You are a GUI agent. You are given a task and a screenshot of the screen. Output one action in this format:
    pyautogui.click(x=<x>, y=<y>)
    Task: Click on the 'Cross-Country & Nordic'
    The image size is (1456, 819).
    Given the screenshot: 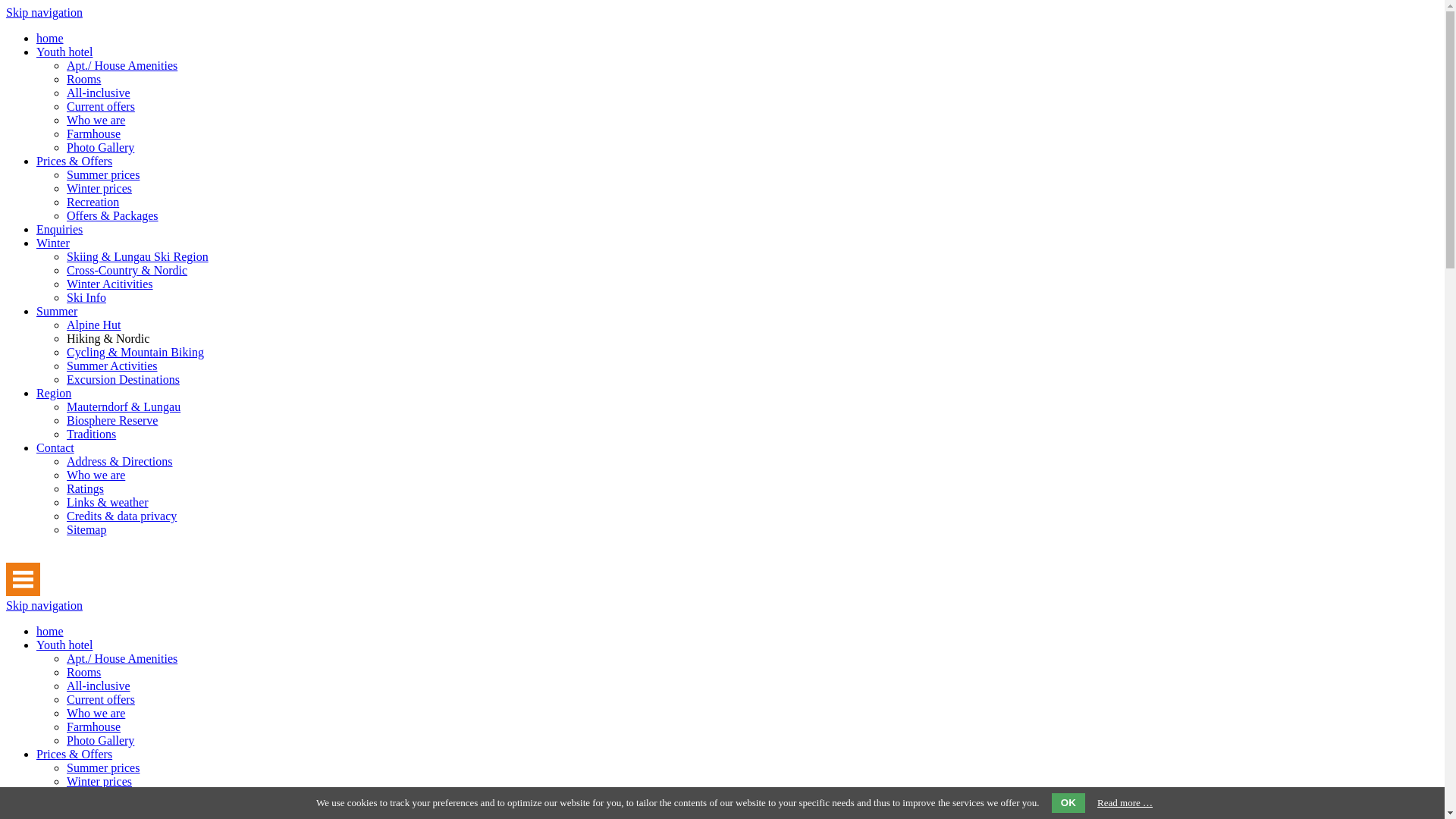 What is the action you would take?
    pyautogui.click(x=127, y=269)
    